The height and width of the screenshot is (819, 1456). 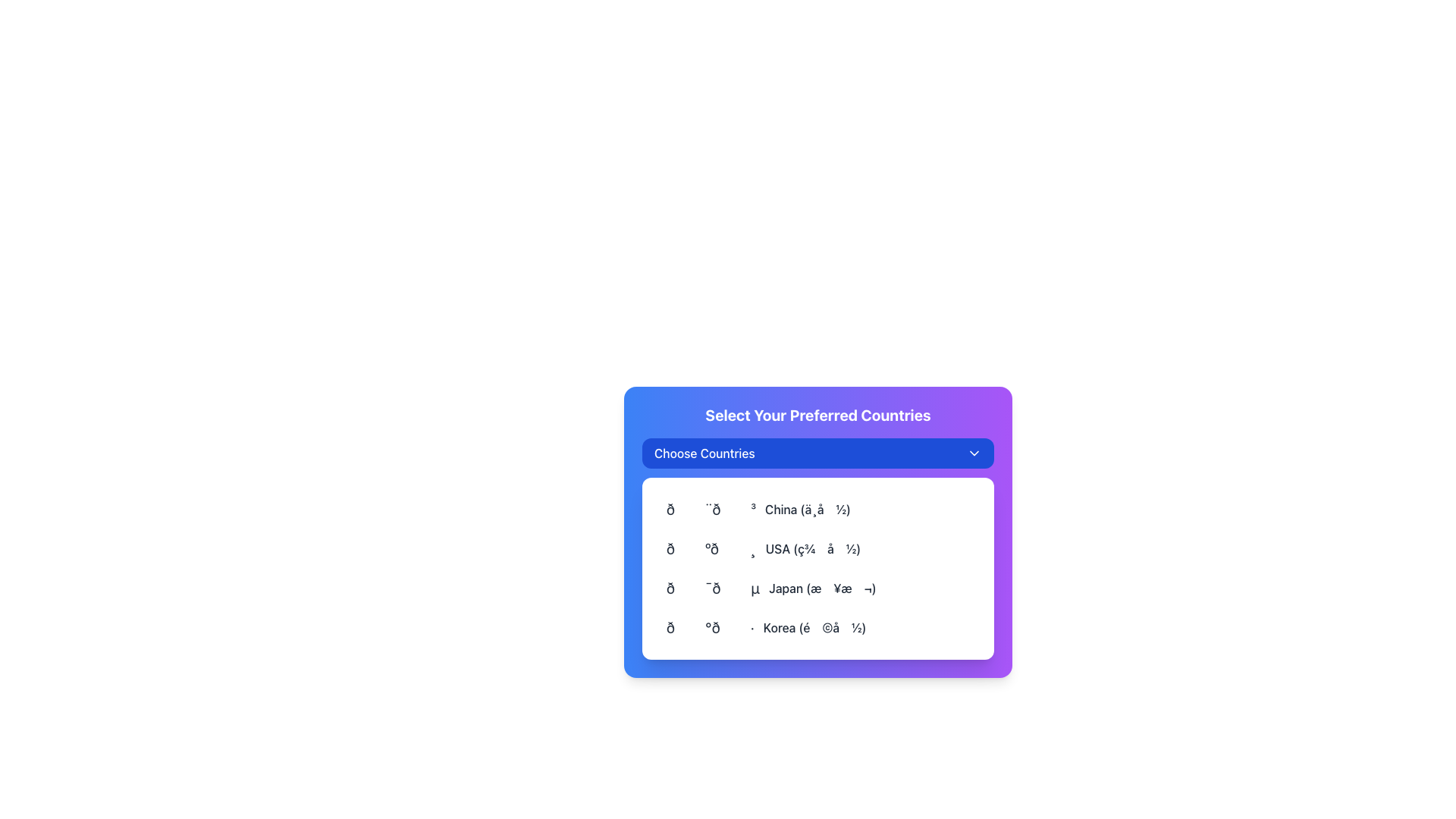 I want to click on the 'USA' dropdown menu option, so click(x=817, y=549).